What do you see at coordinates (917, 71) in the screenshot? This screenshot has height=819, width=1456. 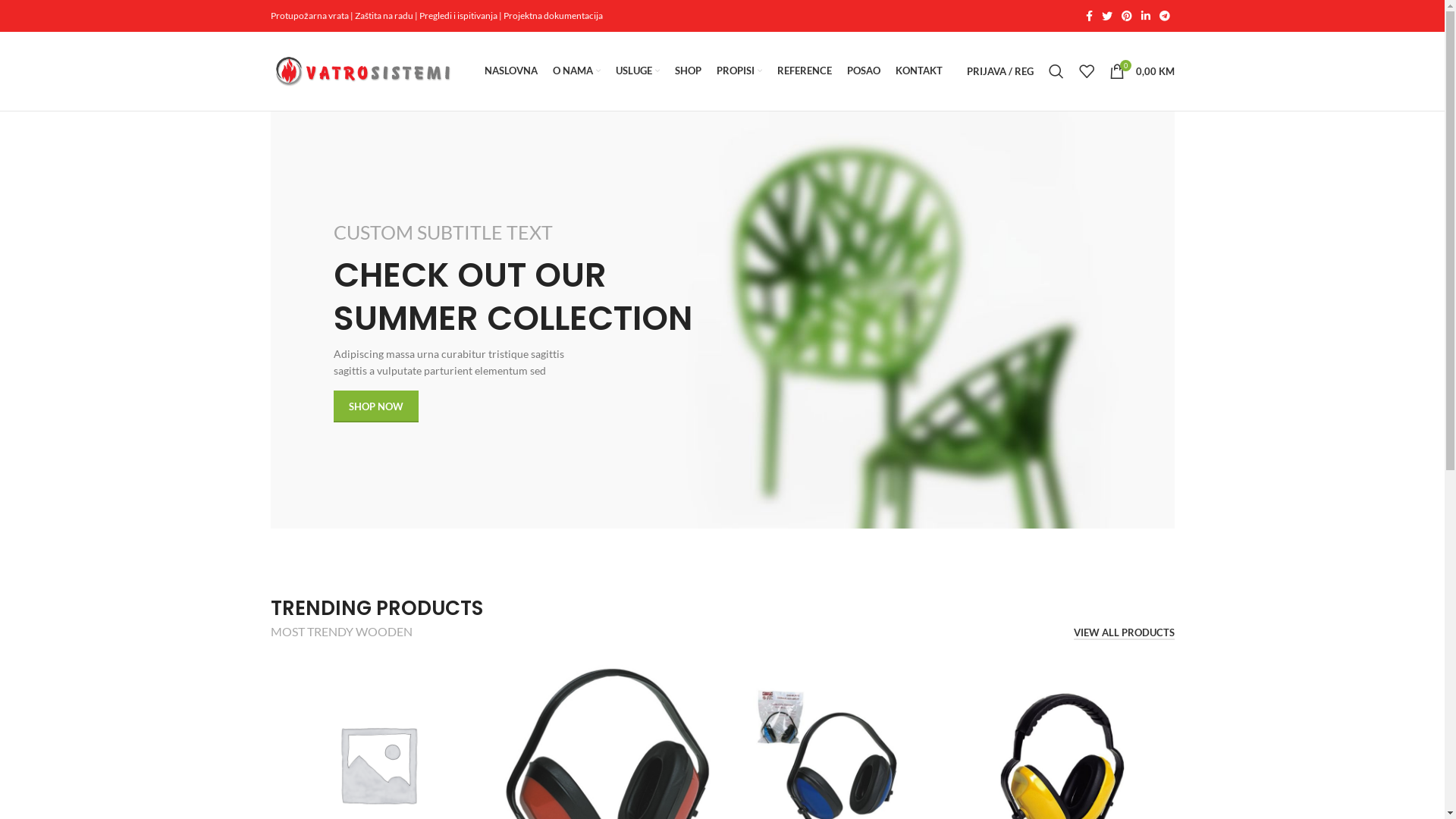 I see `'KONTAKT'` at bounding box center [917, 71].